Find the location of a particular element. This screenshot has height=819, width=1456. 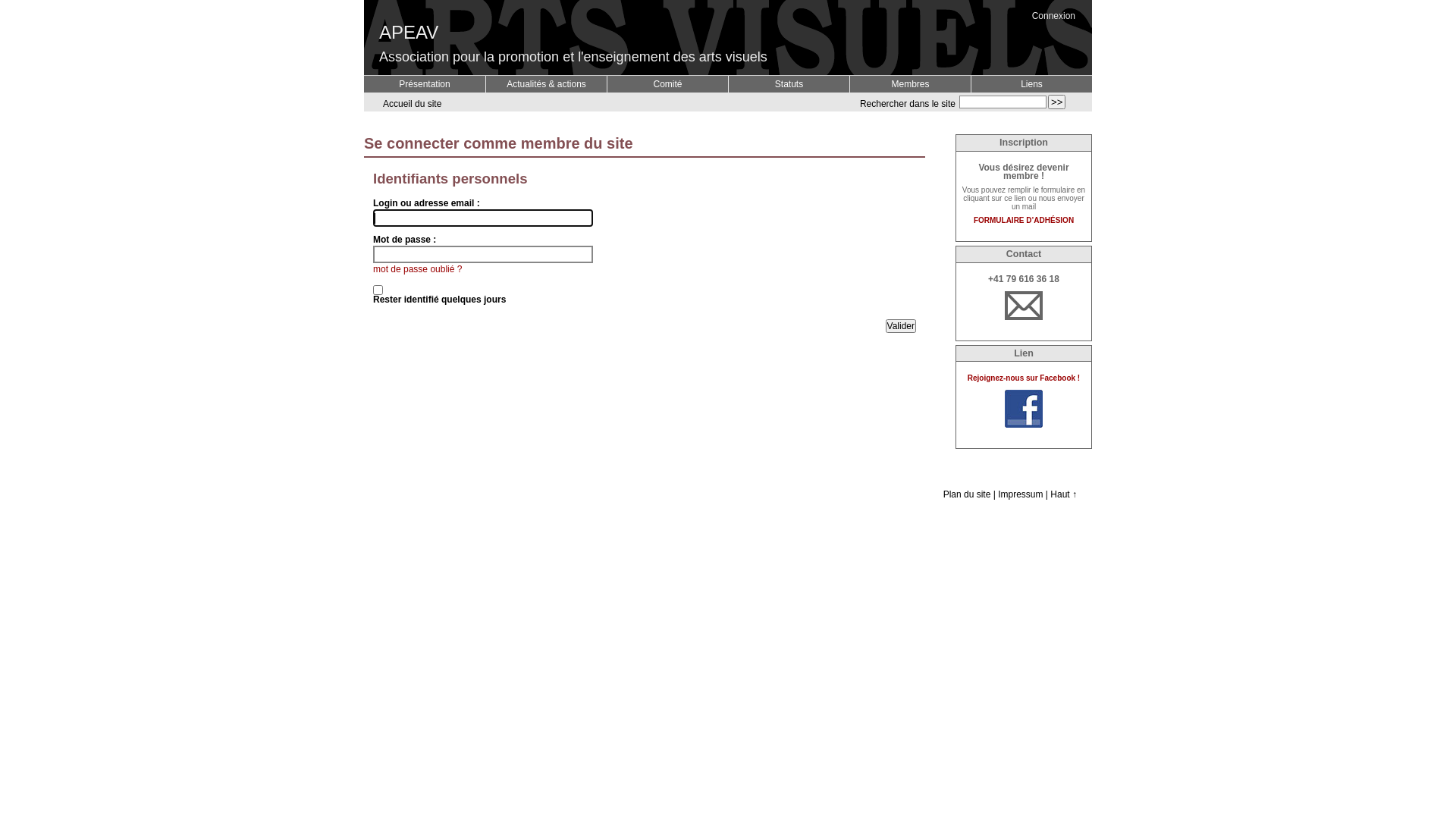

'>>' is located at coordinates (1056, 102).